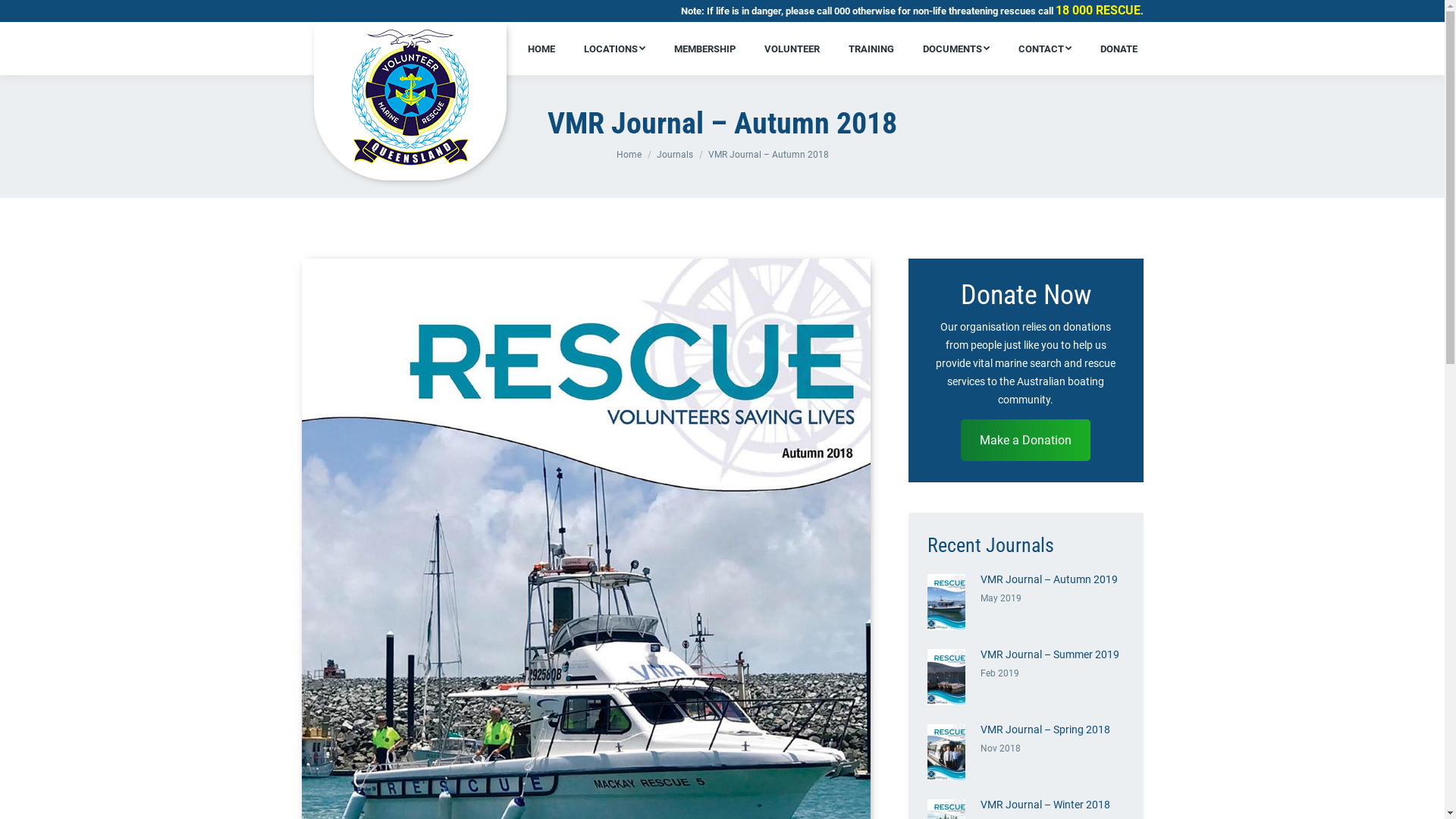 The image size is (1456, 819). What do you see at coordinates (614, 48) in the screenshot?
I see `'LOCATIONS'` at bounding box center [614, 48].